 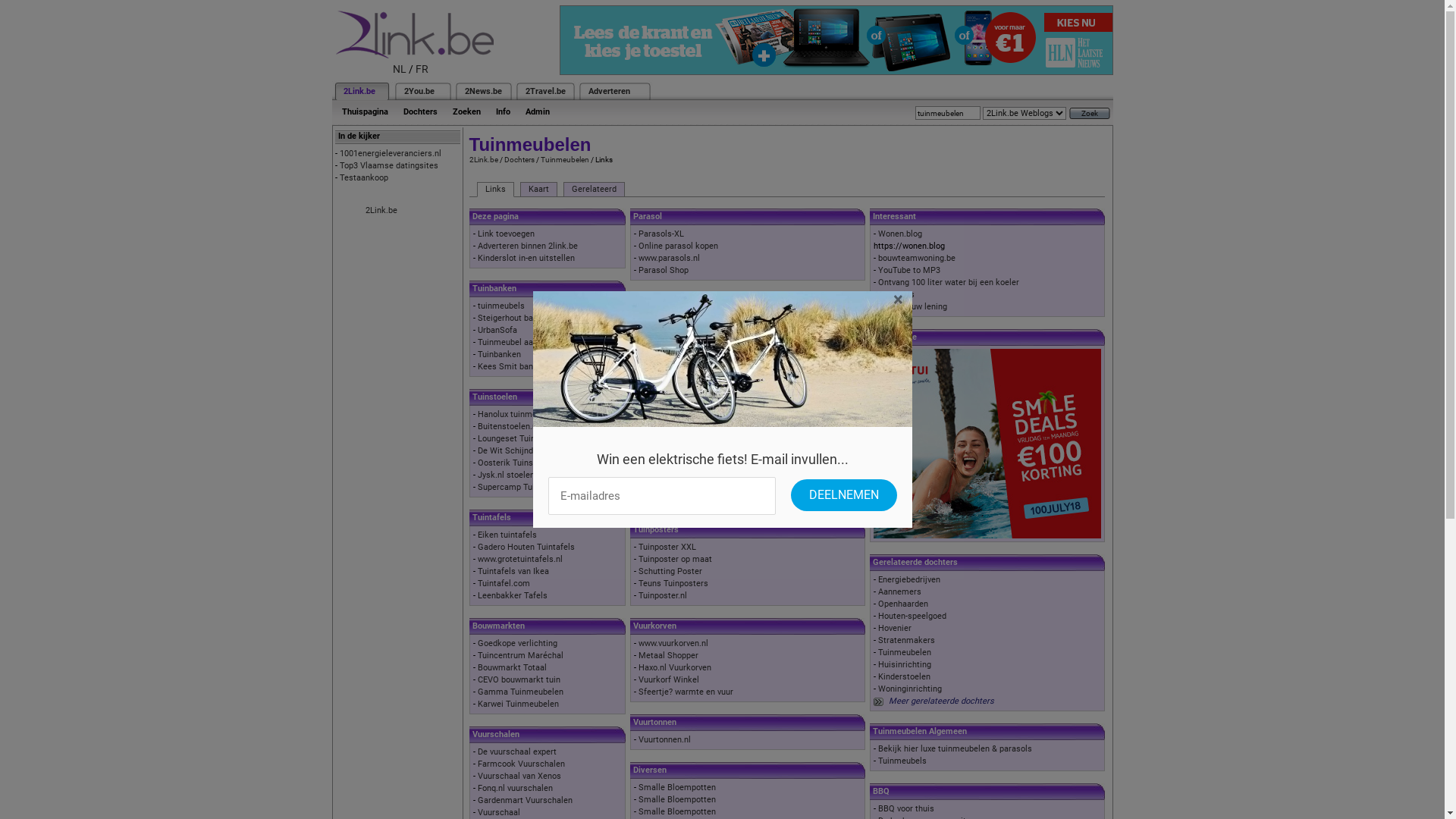 I want to click on 'Kinderslot in-en uitstellen', so click(x=526, y=257).